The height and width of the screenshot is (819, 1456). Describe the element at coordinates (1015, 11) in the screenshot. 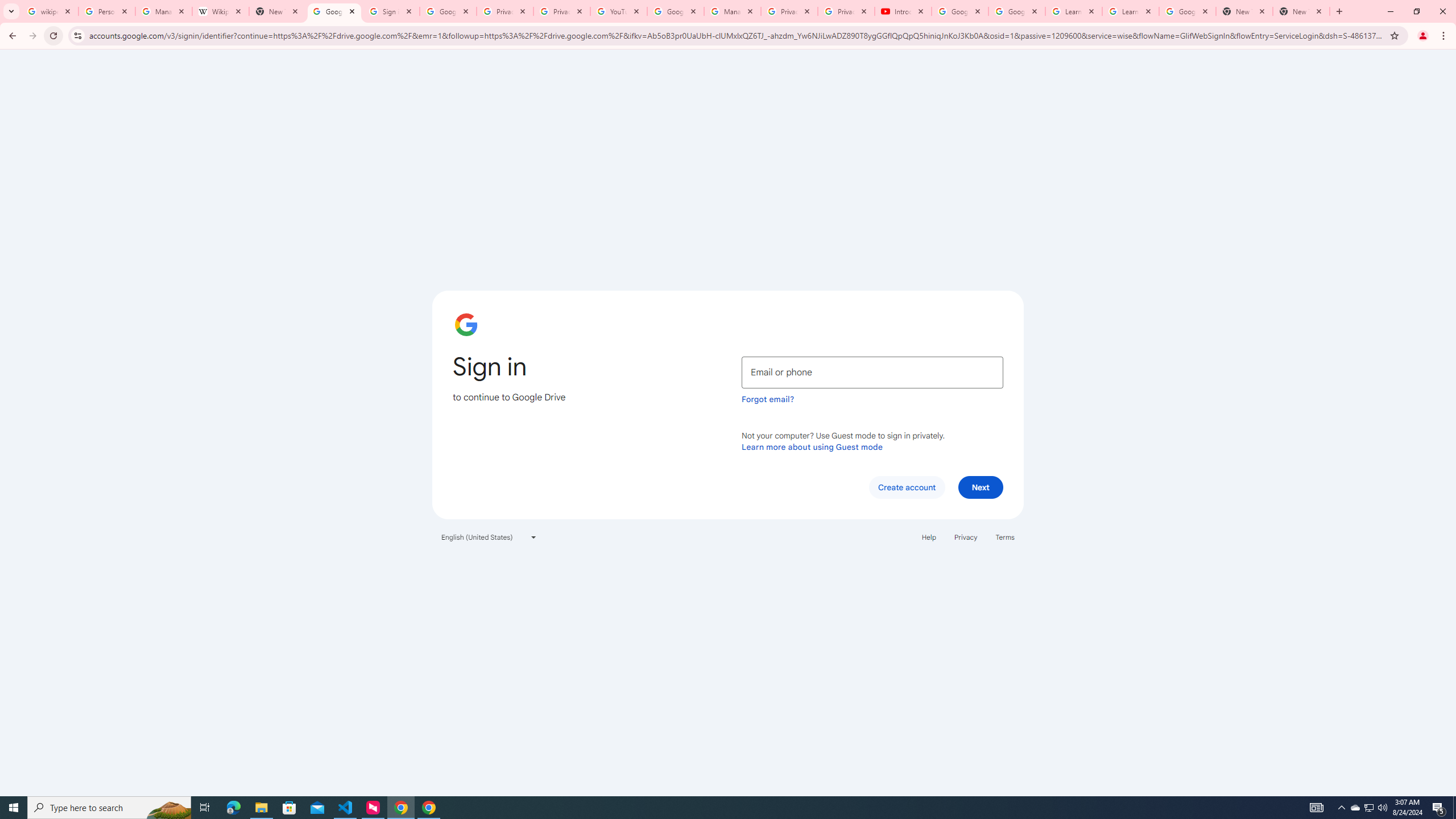

I see `'Google Account Help'` at that location.